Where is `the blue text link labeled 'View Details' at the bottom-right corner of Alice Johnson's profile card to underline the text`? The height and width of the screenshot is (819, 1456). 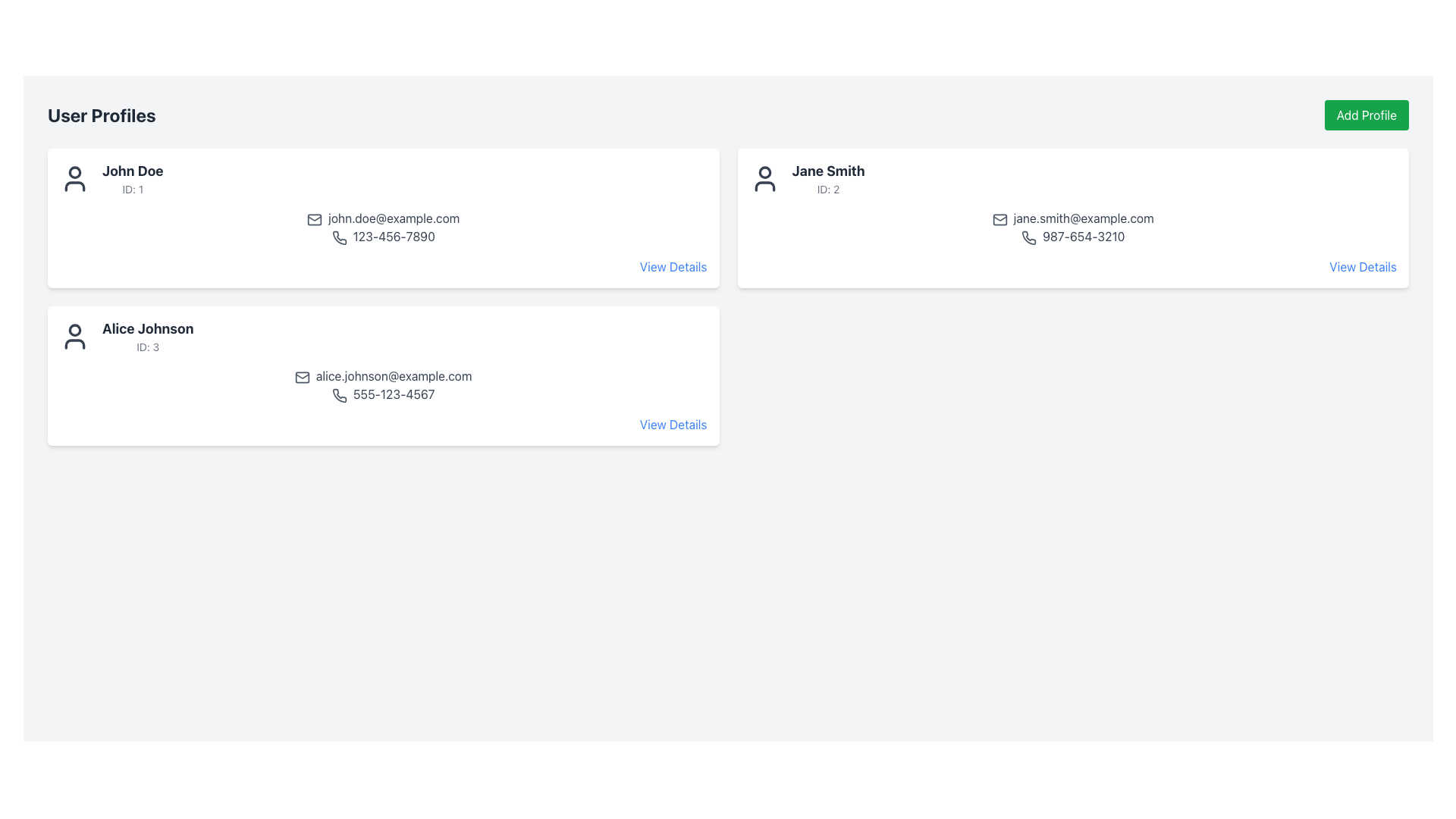 the blue text link labeled 'View Details' at the bottom-right corner of Alice Johnson's profile card to underline the text is located at coordinates (673, 424).